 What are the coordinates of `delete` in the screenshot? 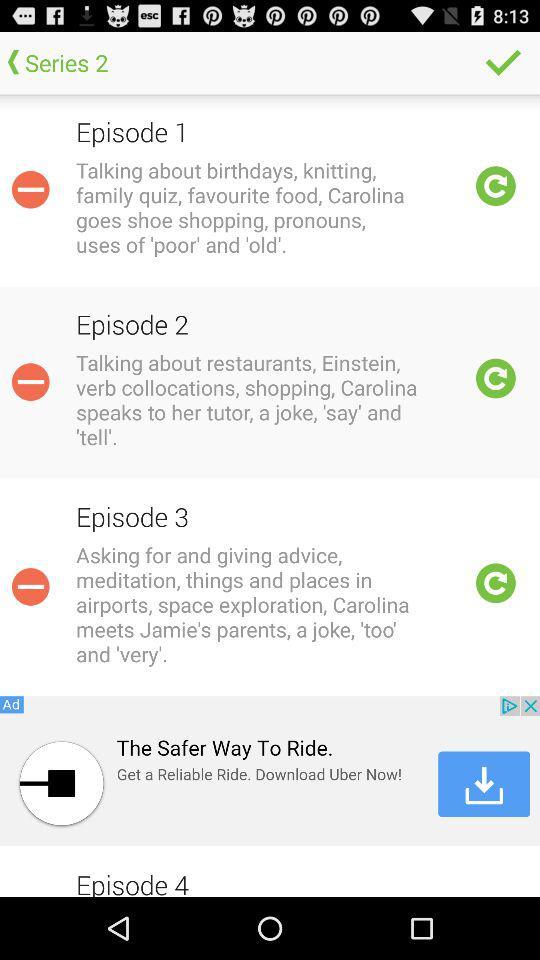 It's located at (29, 381).